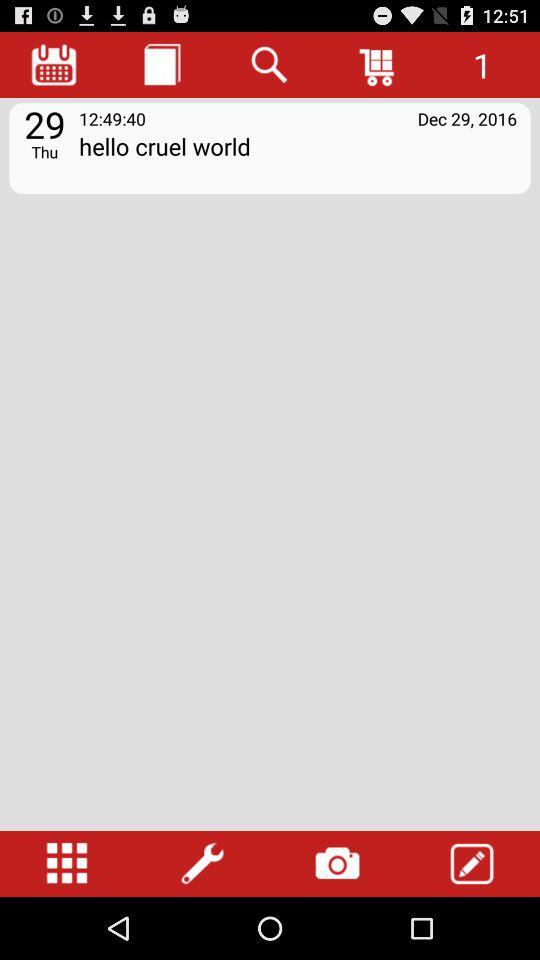 The height and width of the screenshot is (960, 540). Describe the element at coordinates (202, 863) in the screenshot. I see `settings` at that location.